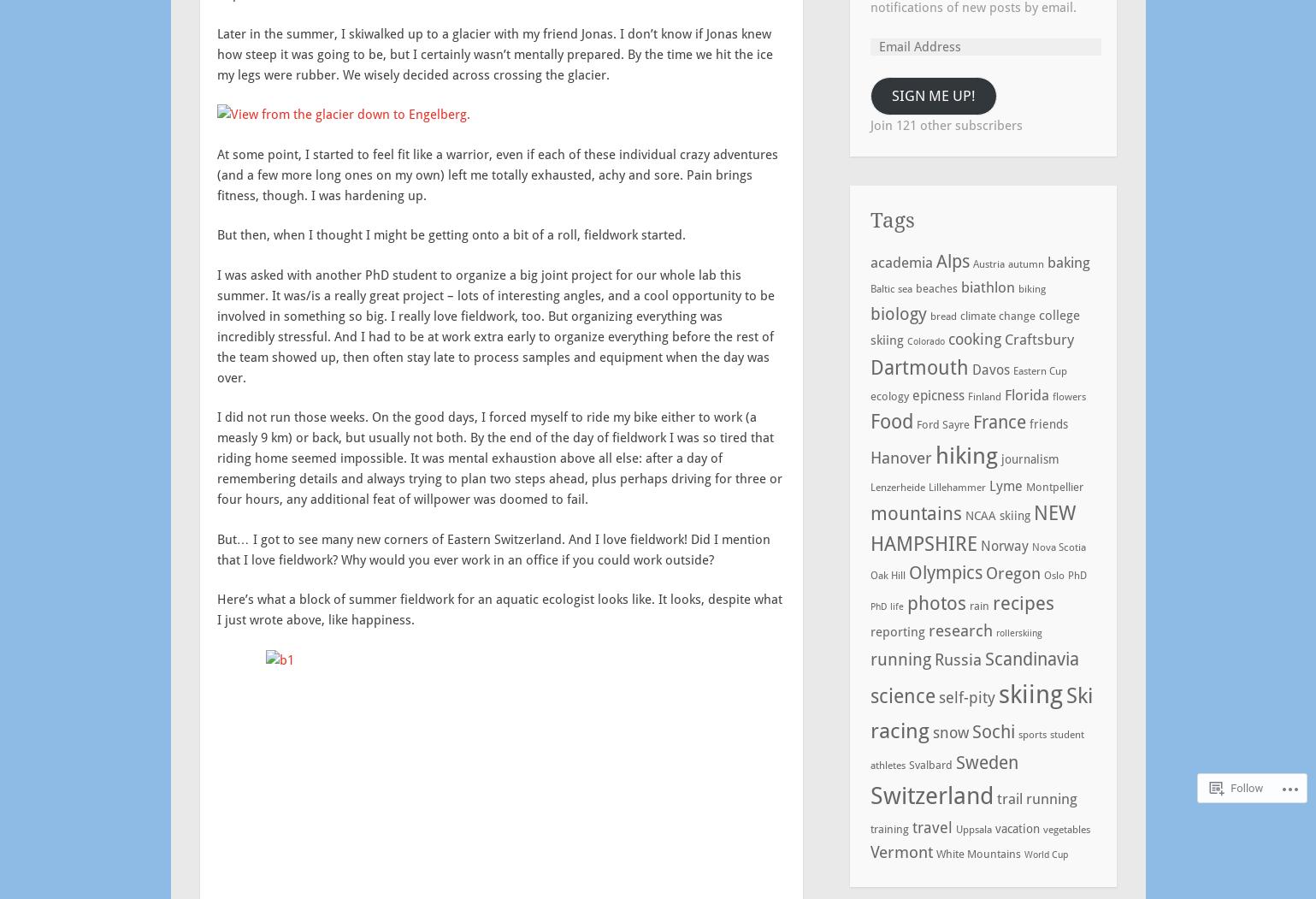  I want to click on 'Sign me up!', so click(890, 94).